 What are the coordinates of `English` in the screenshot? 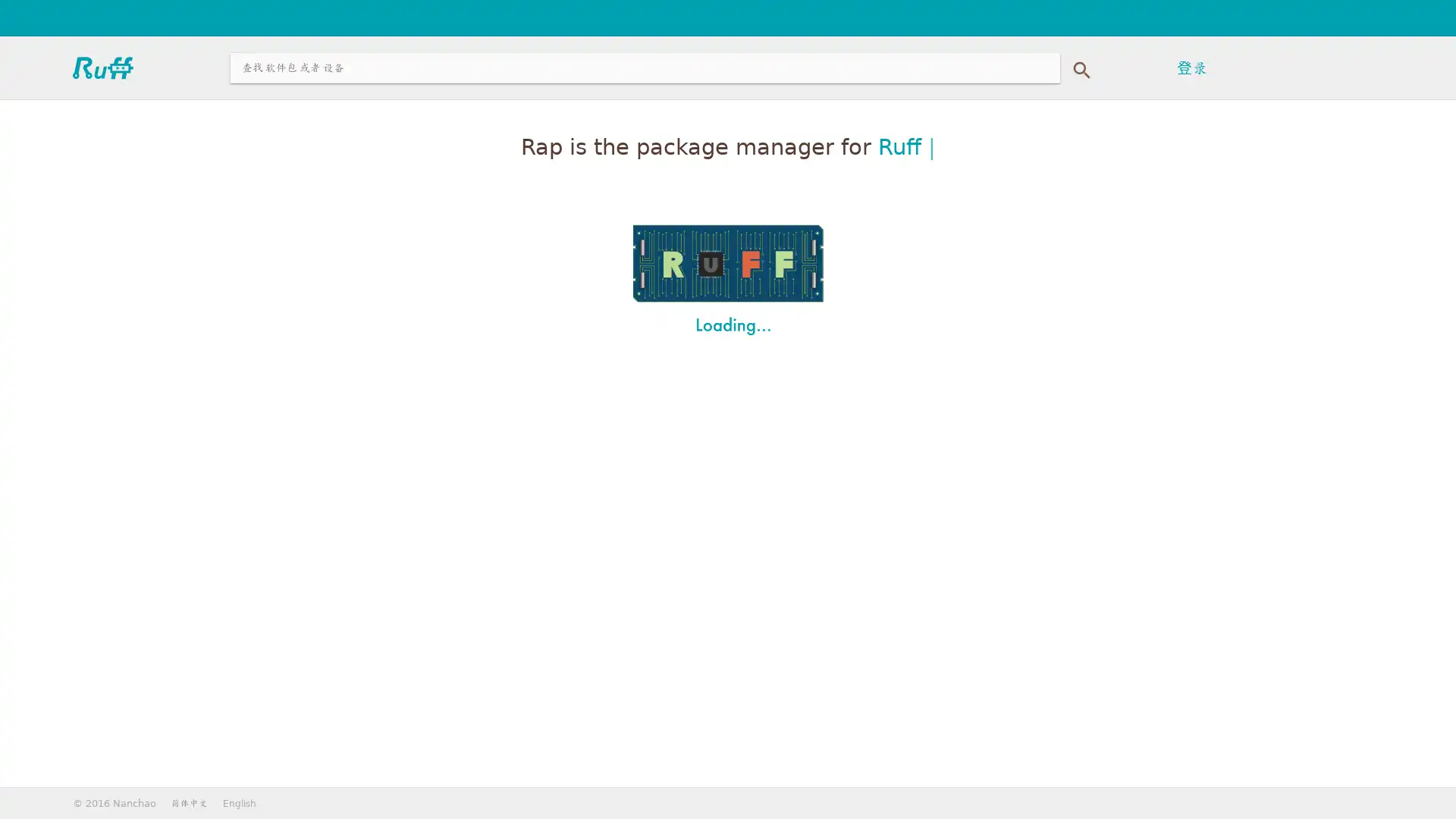 It's located at (239, 802).